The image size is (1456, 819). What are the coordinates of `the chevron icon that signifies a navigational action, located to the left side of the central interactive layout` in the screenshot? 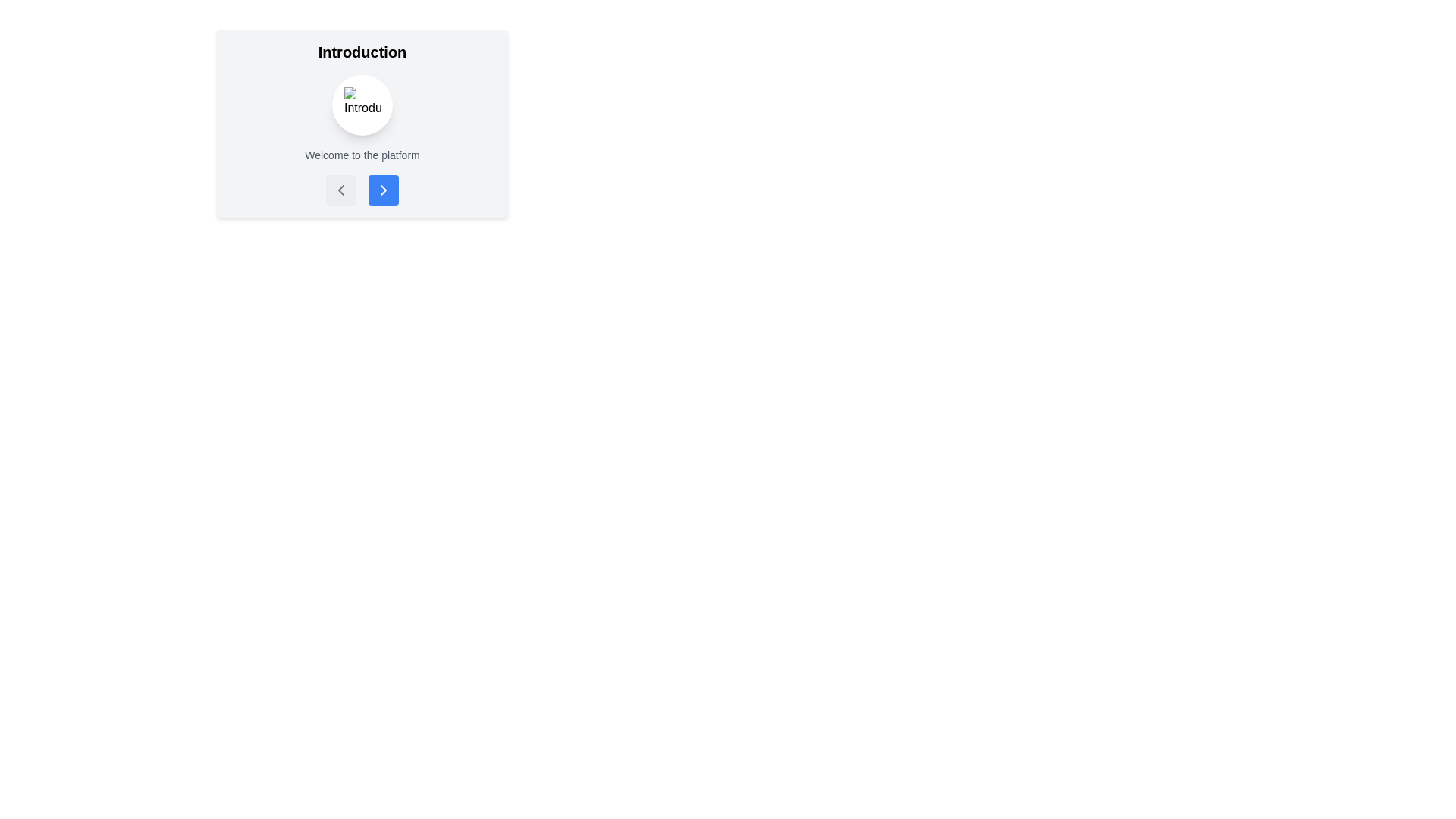 It's located at (340, 189).